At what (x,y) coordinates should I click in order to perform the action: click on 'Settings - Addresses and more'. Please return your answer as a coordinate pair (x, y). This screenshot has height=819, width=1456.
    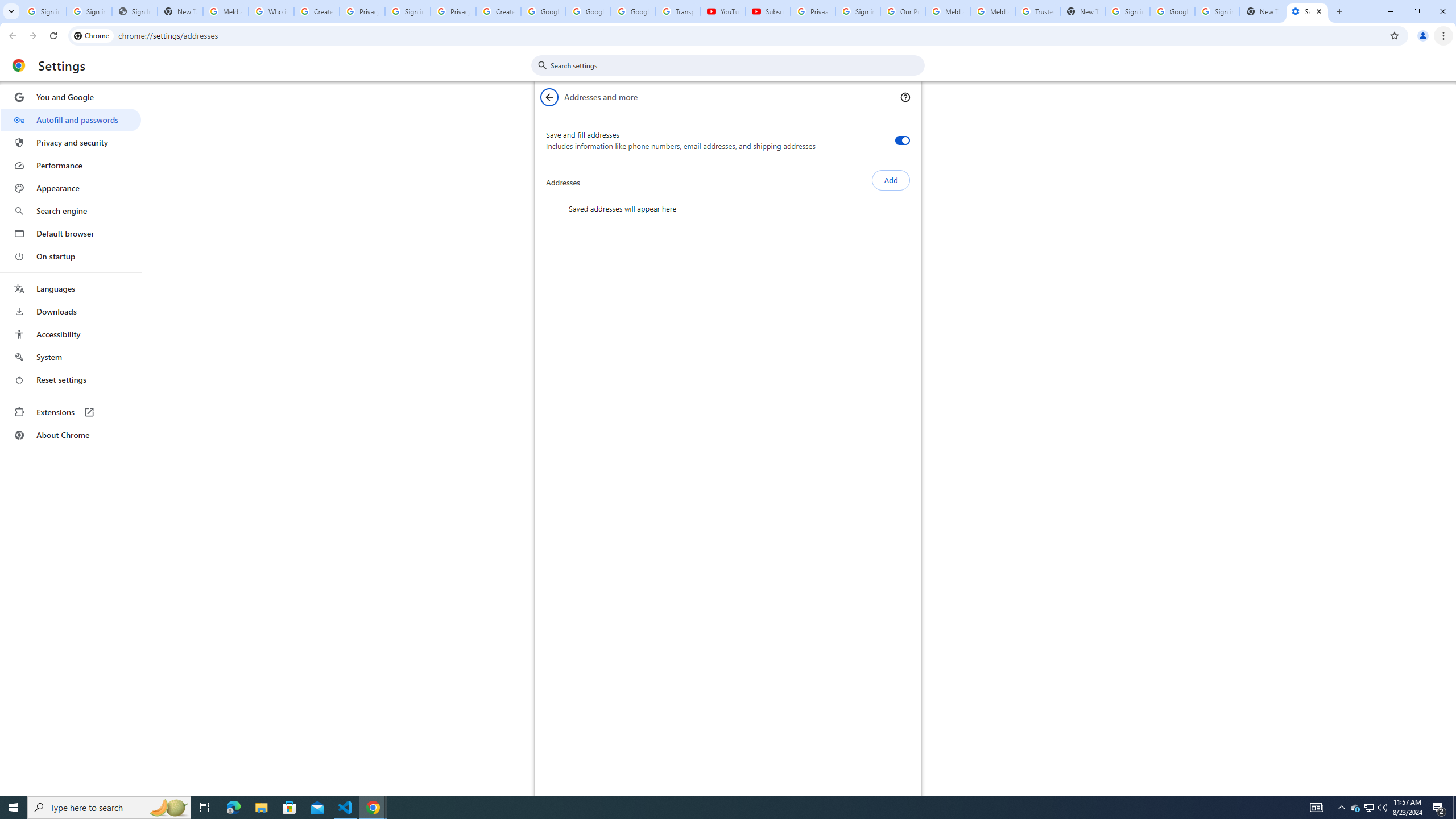
    Looking at the image, I should click on (1307, 11).